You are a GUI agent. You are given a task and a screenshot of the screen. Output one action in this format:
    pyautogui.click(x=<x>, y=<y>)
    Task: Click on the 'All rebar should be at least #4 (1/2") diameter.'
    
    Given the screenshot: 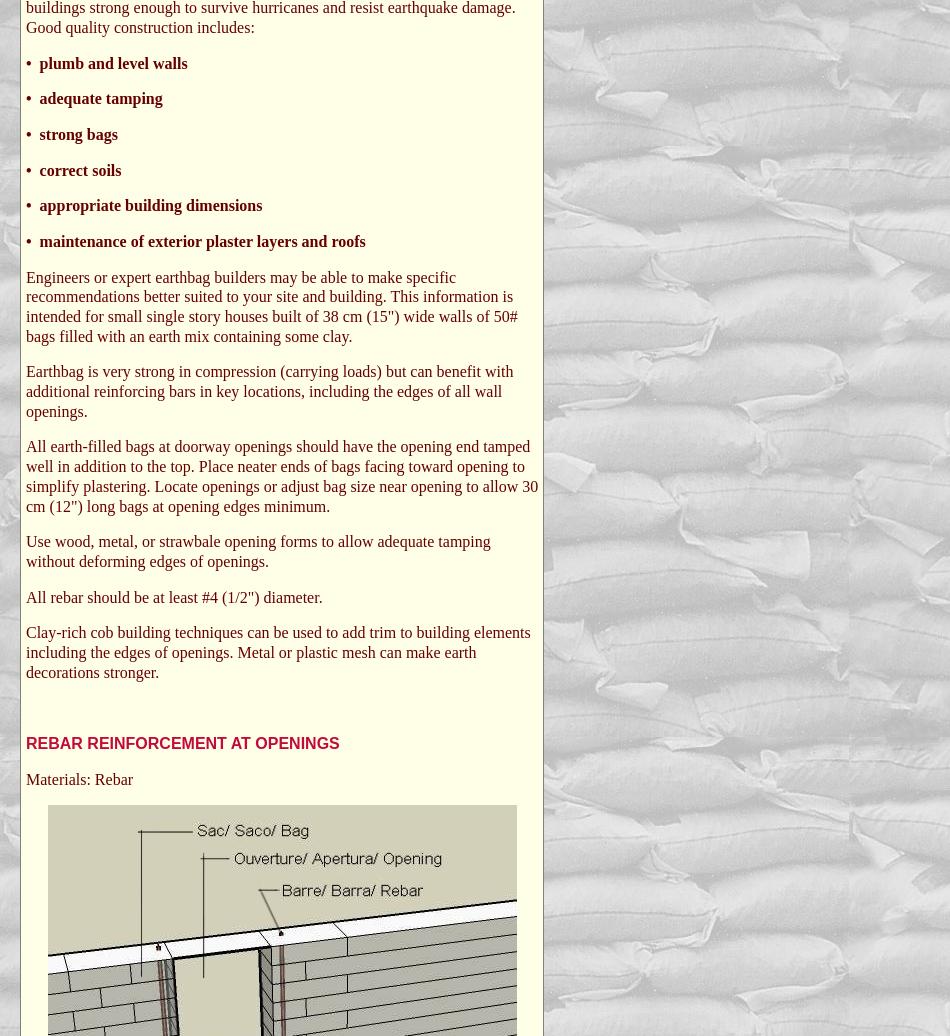 What is the action you would take?
    pyautogui.click(x=174, y=596)
    